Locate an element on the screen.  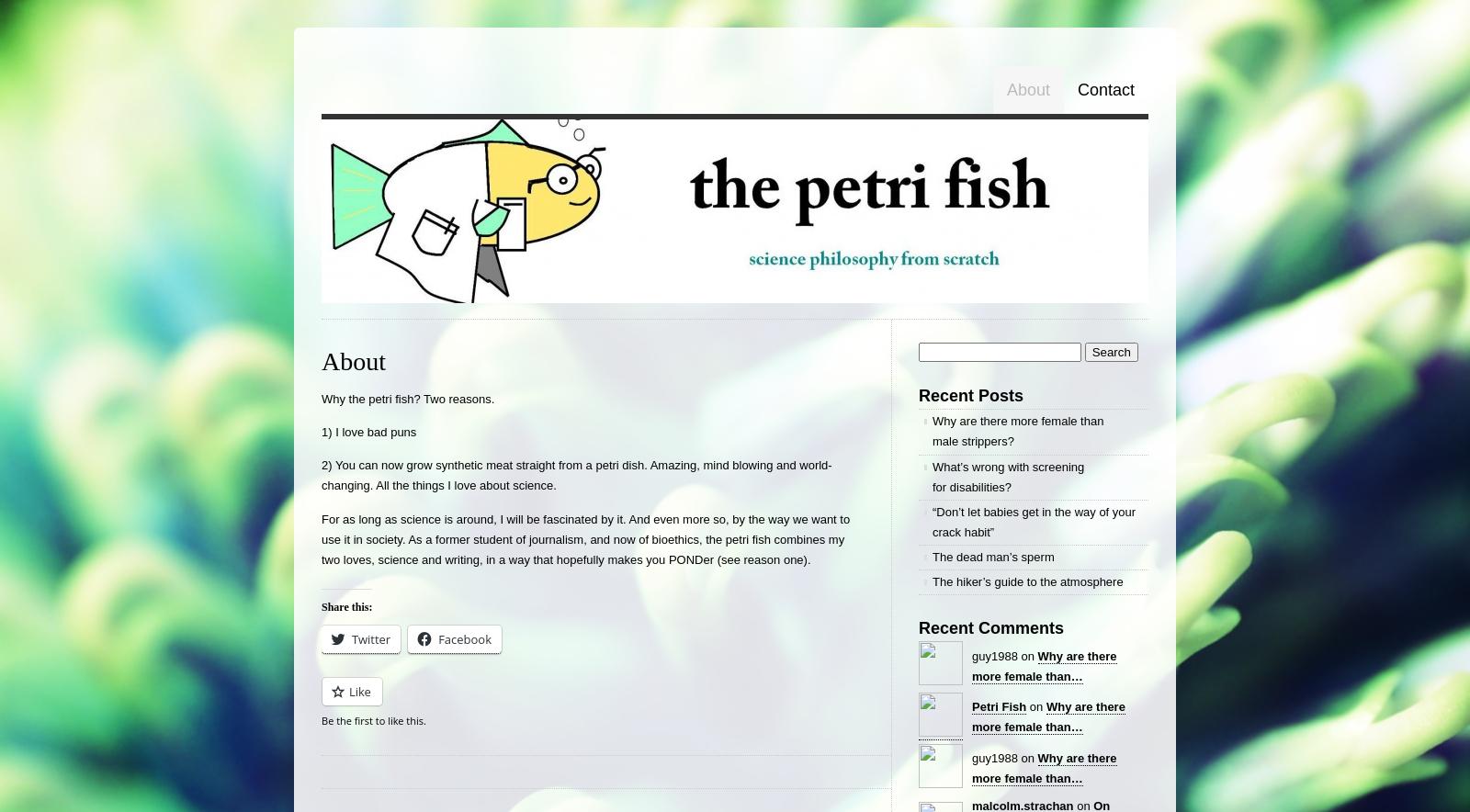
'The hiker’s guide to the atmosphere' is located at coordinates (1027, 581).